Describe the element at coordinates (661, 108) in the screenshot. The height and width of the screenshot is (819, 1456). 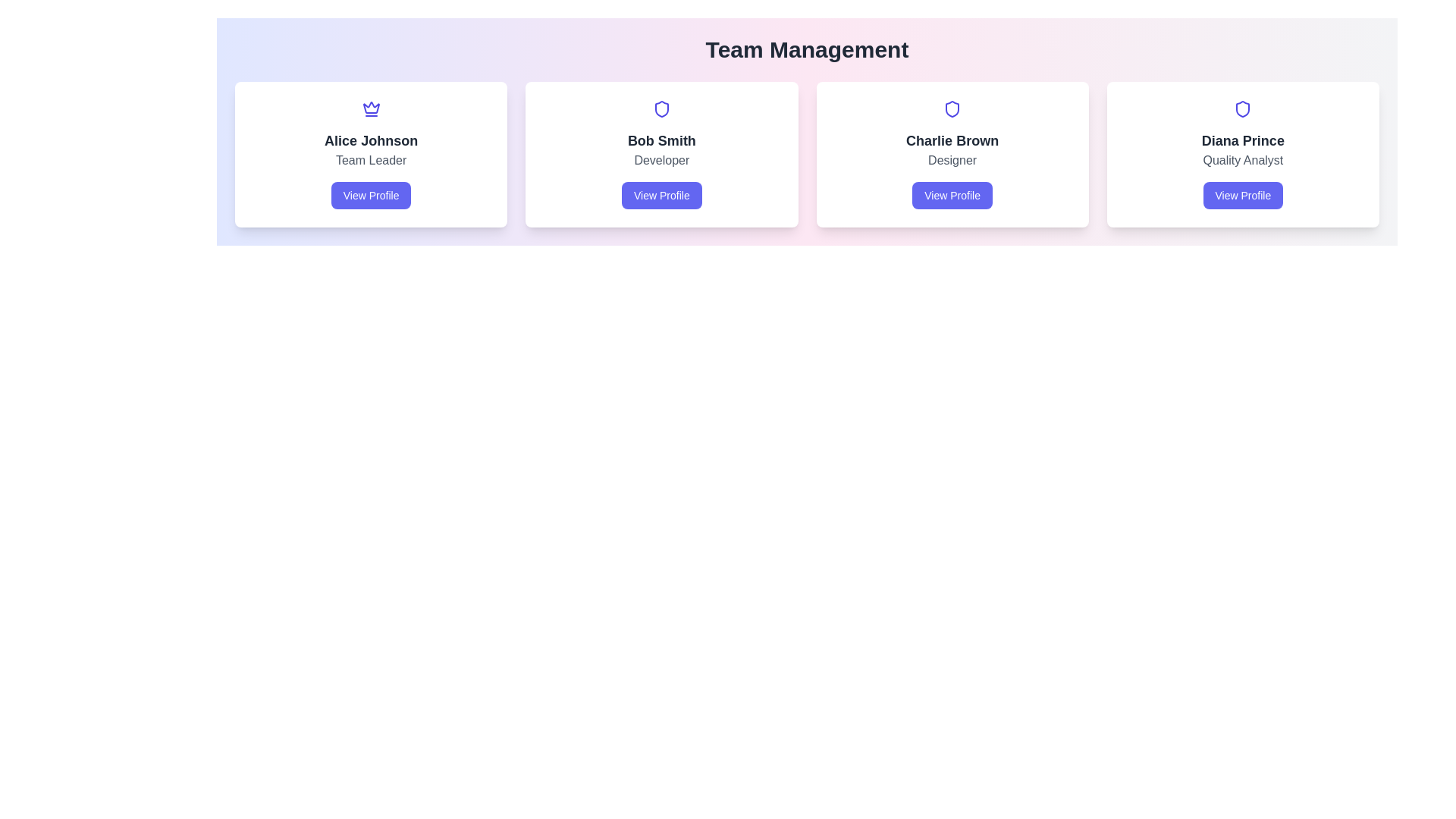
I see `the shield-shaped icon with a blue outline, representing security, located at the top center of the card for 'Bob Smith' in the second column of the grid` at that location.